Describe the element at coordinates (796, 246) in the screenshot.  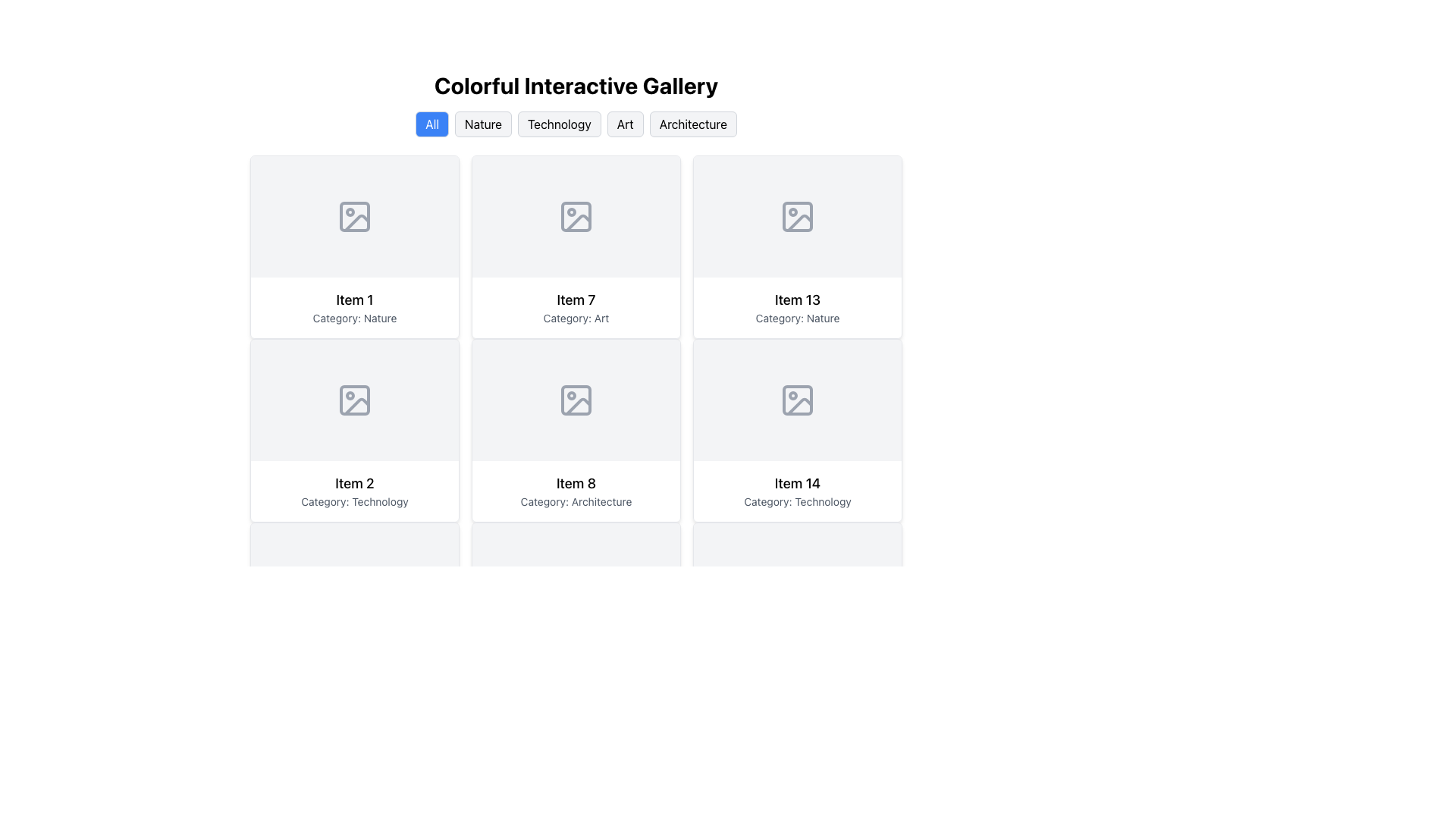
I see `the semi-transparent interactive overlay that covers the panel labeled 'Item 13, Category: Nature' to trigger its visibility` at that location.